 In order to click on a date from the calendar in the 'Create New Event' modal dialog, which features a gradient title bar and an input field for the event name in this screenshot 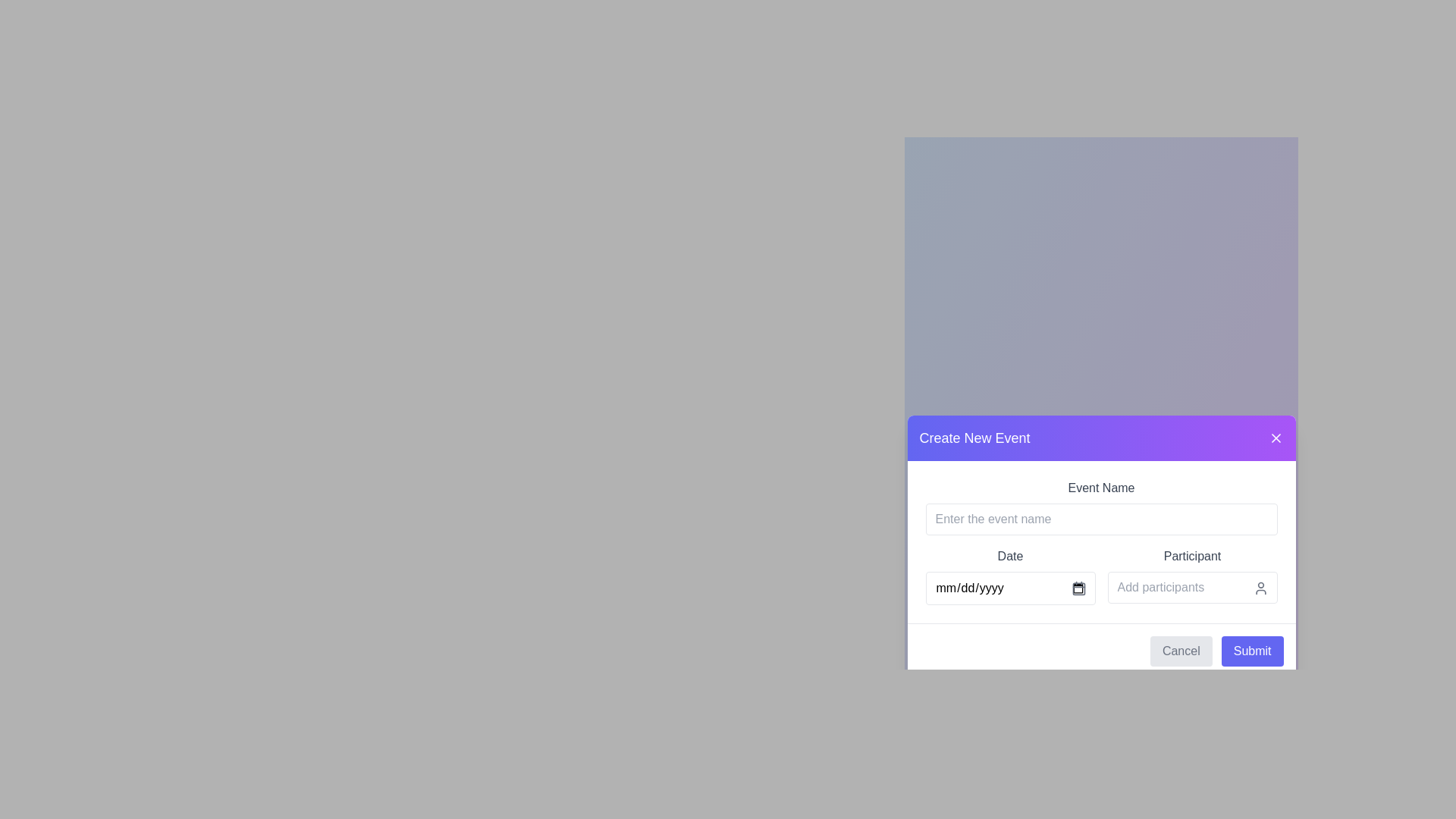, I will do `click(1101, 547)`.